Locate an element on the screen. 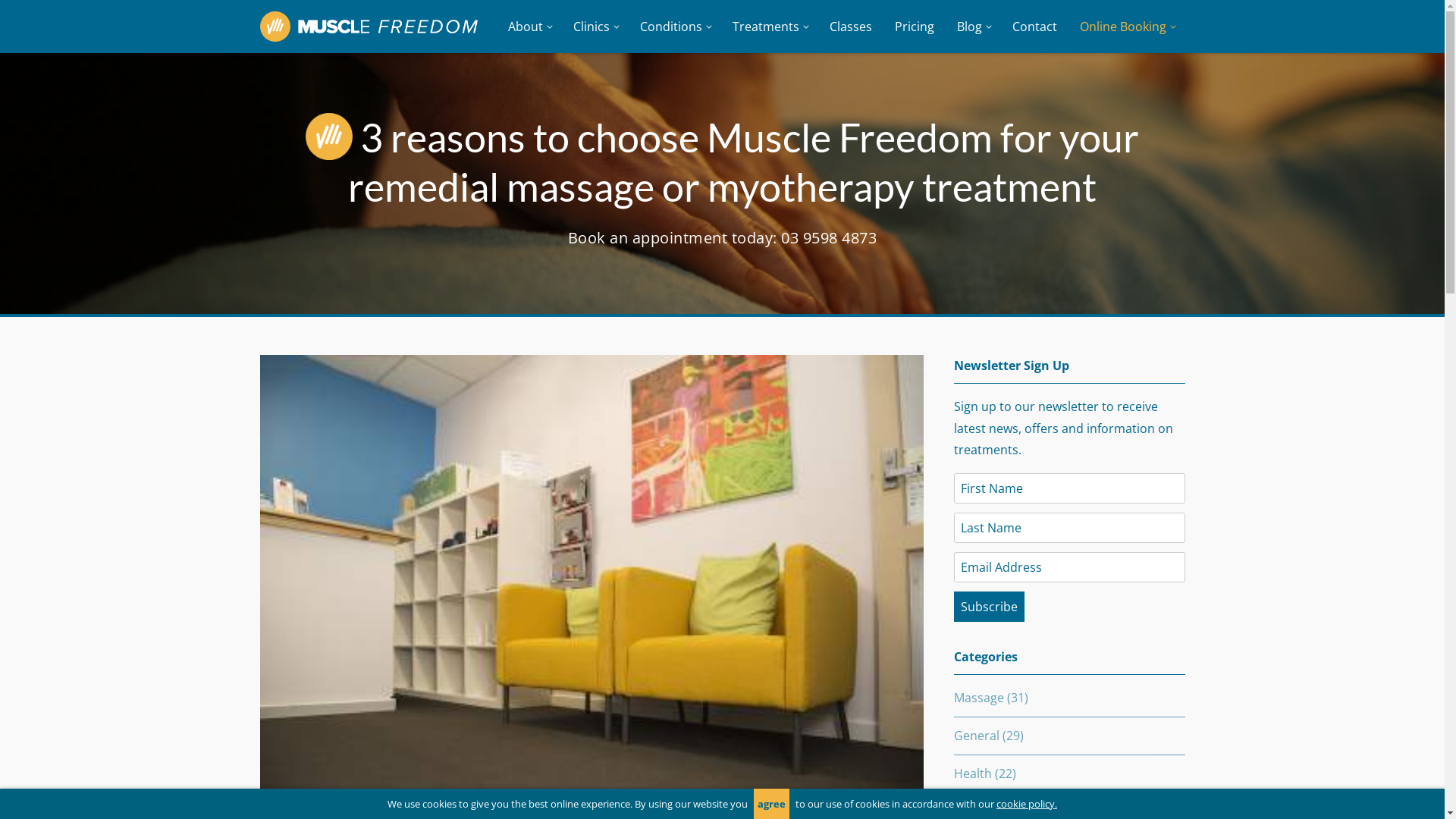 The image size is (1456, 819). 'Classes' is located at coordinates (850, 26).